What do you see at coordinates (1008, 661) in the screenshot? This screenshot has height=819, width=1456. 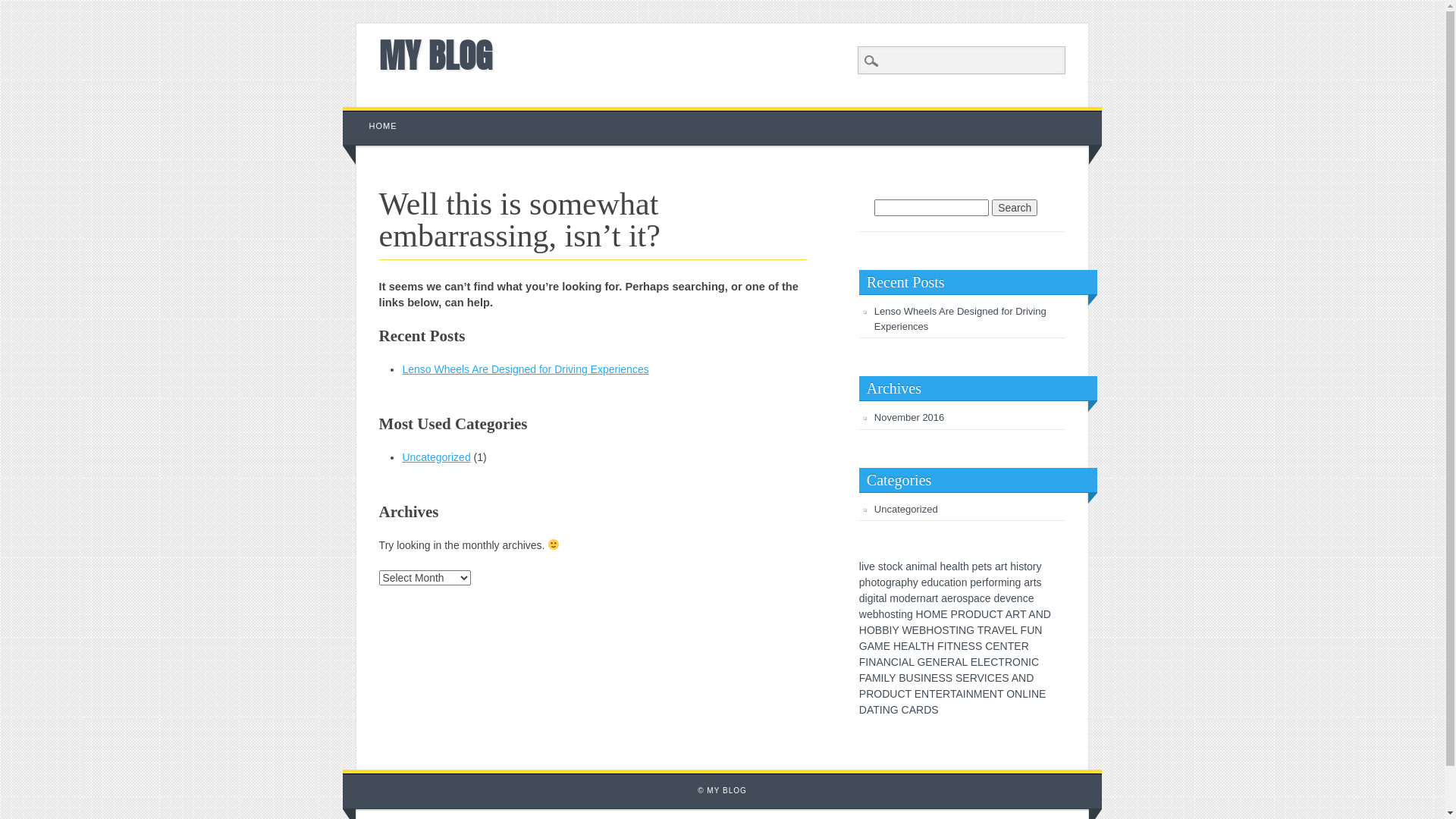 I see `'R'` at bounding box center [1008, 661].